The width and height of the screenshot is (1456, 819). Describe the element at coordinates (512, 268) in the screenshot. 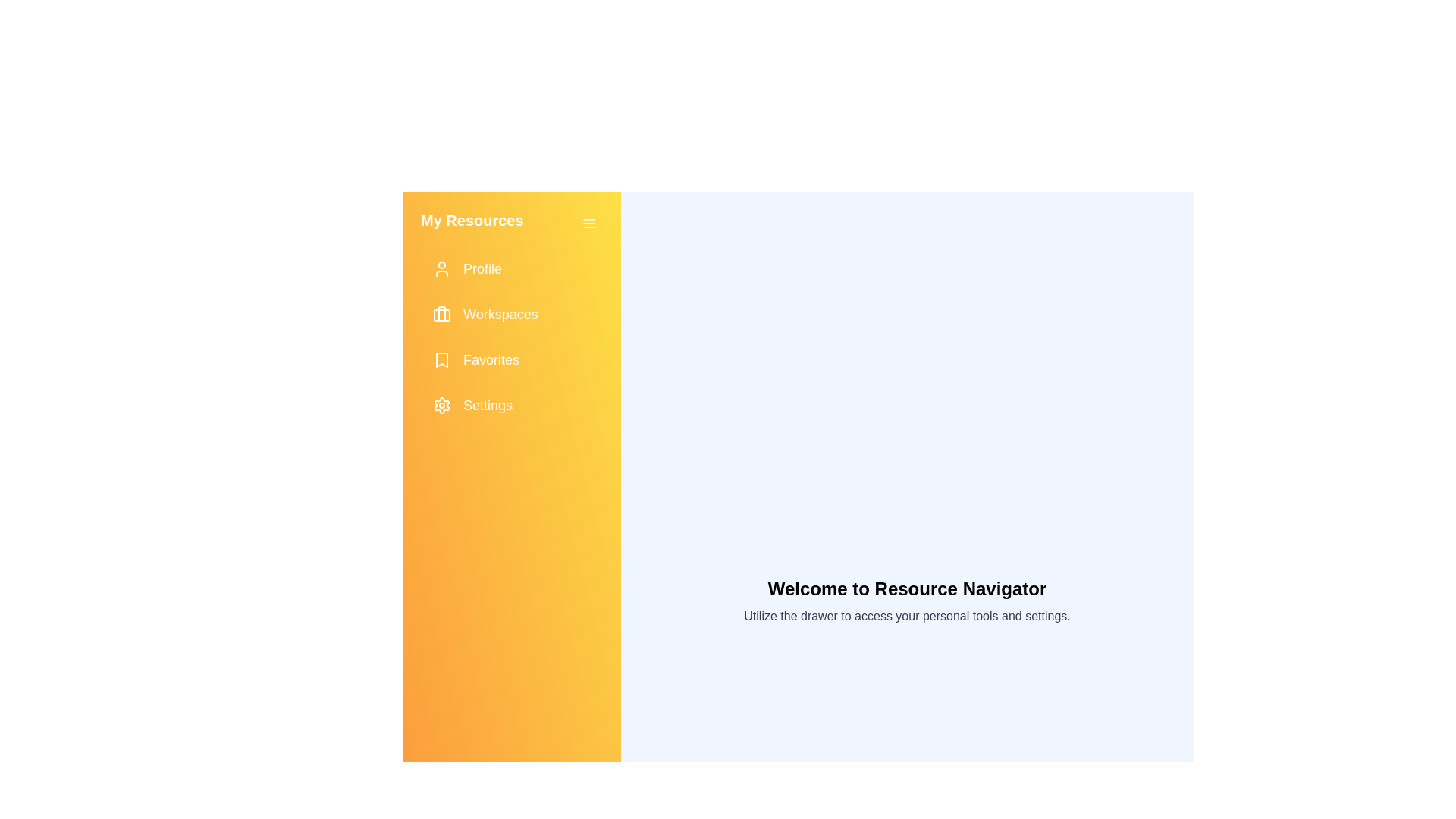

I see `the 'Profile' button in the navigation drawer` at that location.